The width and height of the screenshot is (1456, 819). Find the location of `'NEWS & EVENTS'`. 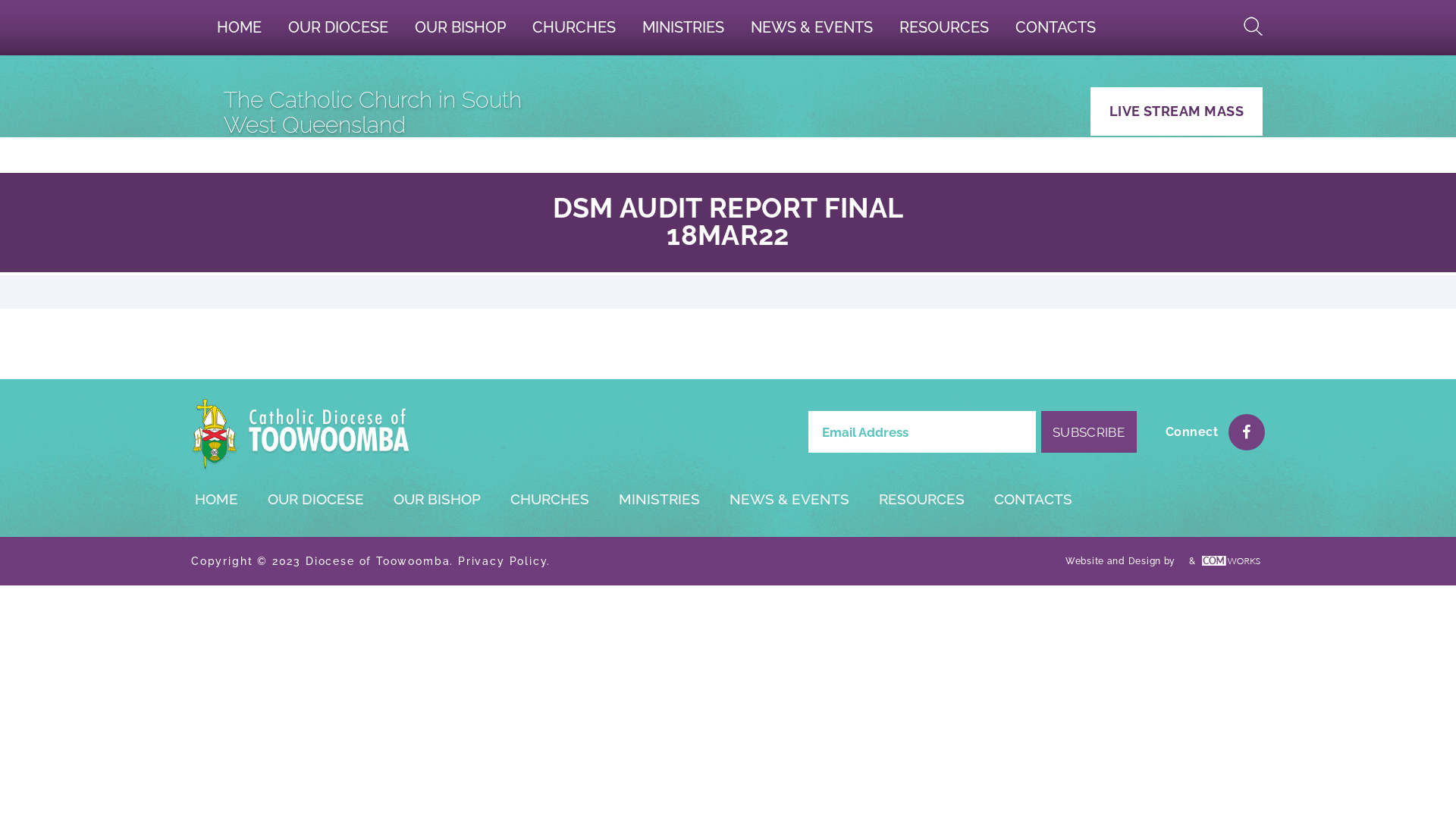

'NEWS & EVENTS' is located at coordinates (789, 499).